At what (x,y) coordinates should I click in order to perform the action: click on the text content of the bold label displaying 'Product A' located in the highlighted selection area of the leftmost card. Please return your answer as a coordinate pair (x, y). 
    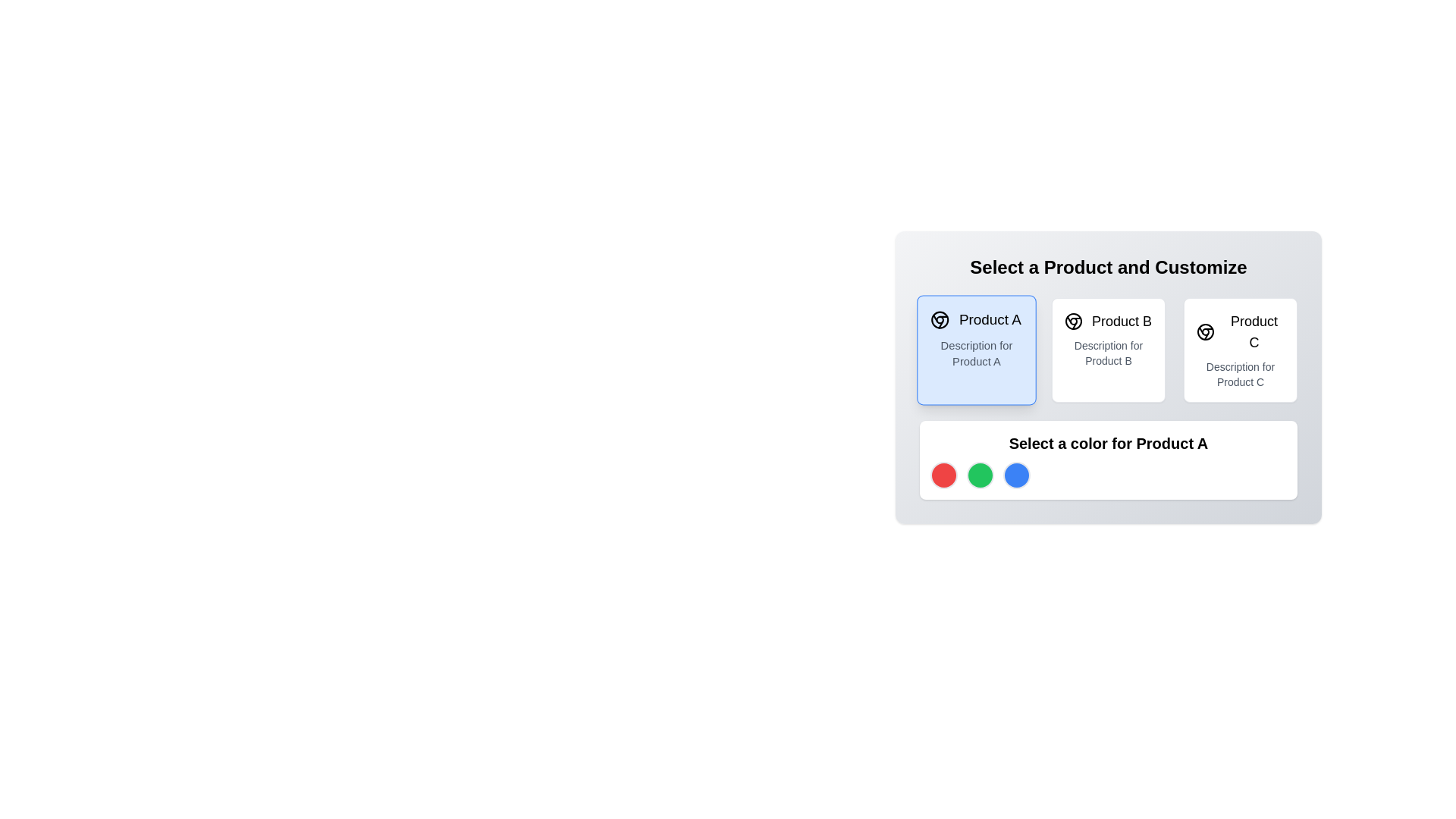
    Looking at the image, I should click on (990, 319).